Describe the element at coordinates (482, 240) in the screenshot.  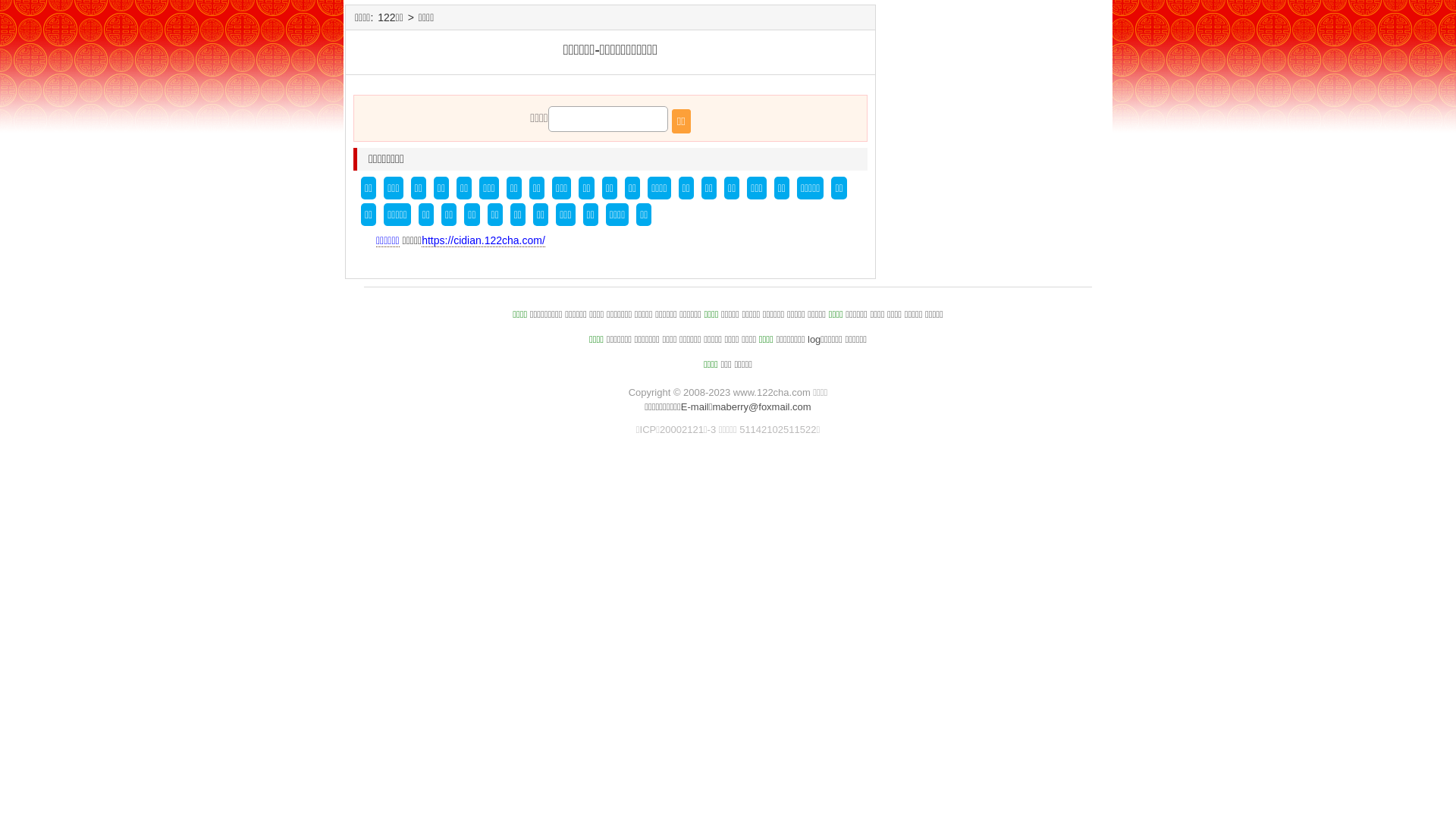
I see `'https://cidian.122cha.com/'` at that location.